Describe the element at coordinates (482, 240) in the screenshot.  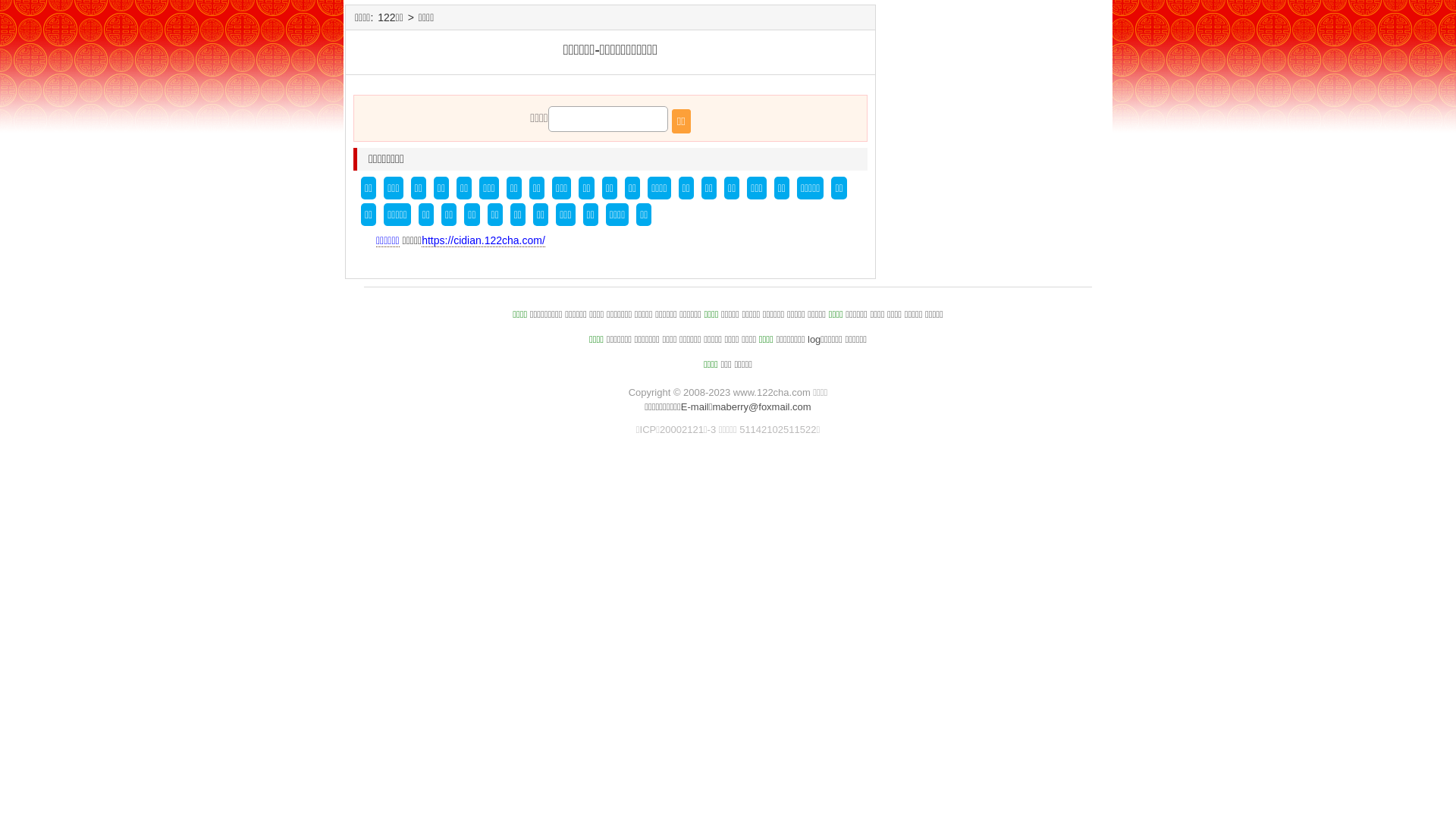
I see `'https://cidian.122cha.com/'` at that location.